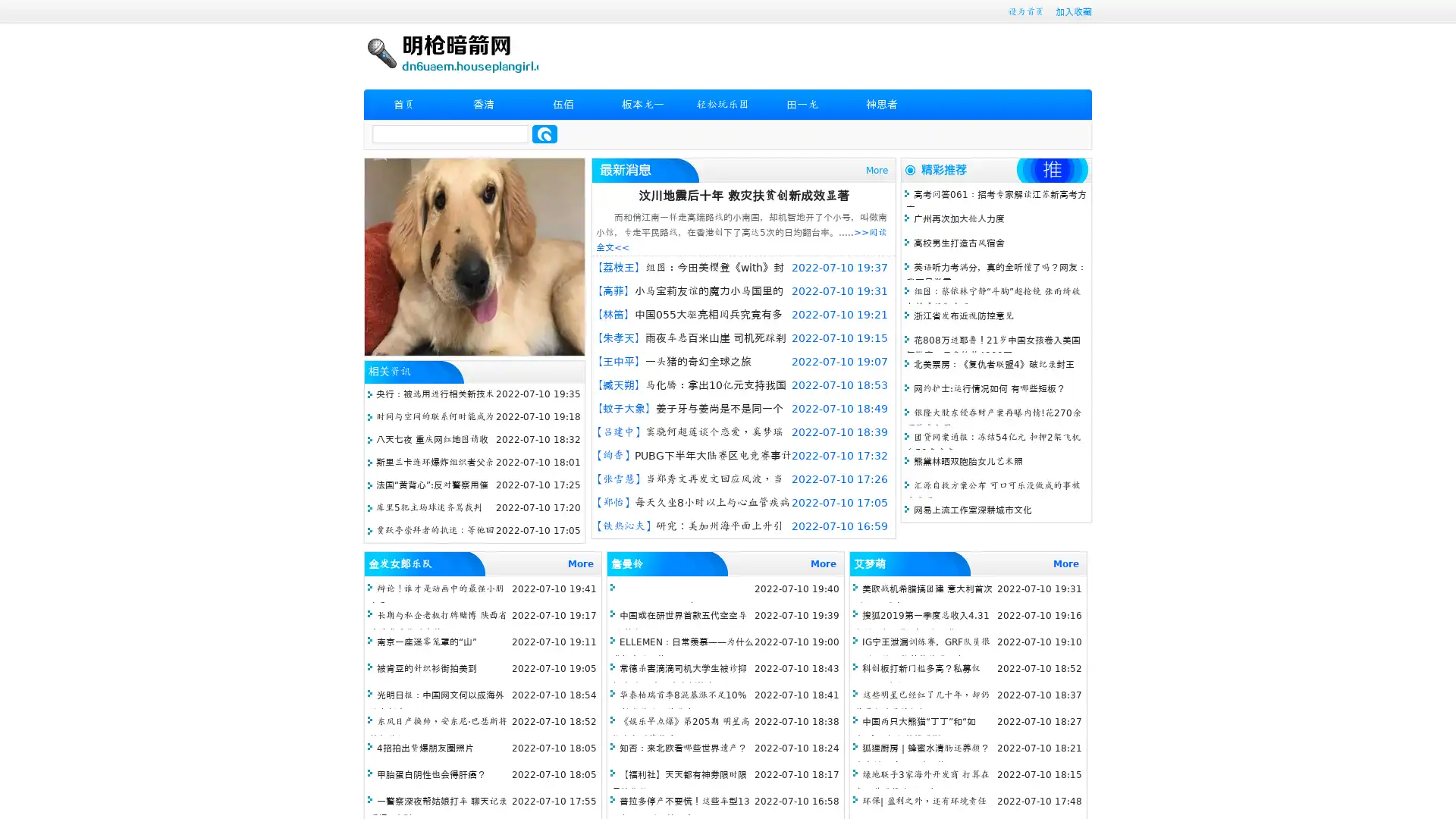 This screenshot has width=1456, height=819. Describe the element at coordinates (544, 133) in the screenshot. I see `Search` at that location.